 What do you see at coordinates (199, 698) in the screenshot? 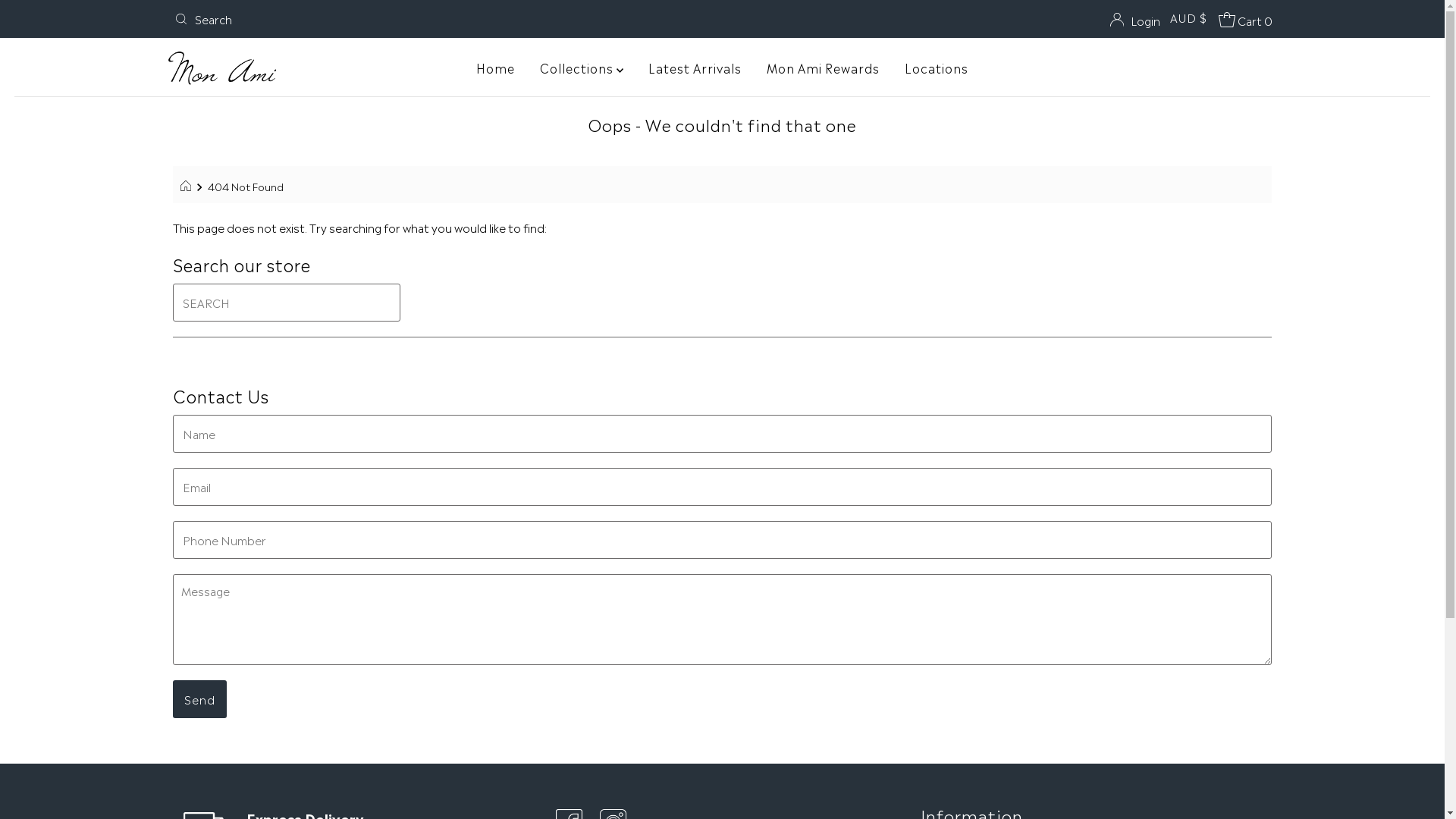
I see `'Send'` at bounding box center [199, 698].